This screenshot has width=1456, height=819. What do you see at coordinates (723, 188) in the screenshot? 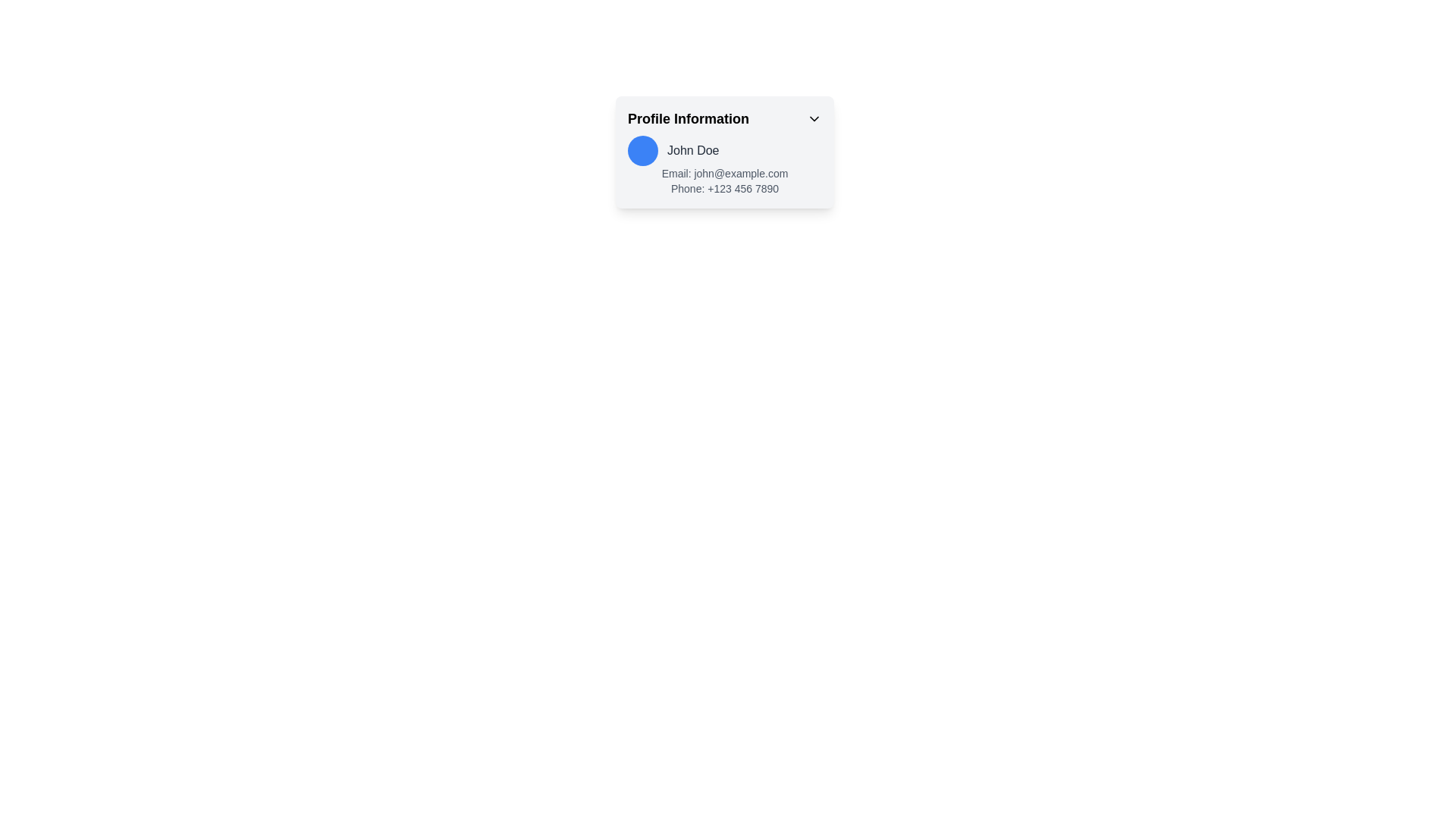
I see `the text field displaying 'Phone: +123 456 7890' in small gray font located at the bottom of the profile card` at bounding box center [723, 188].